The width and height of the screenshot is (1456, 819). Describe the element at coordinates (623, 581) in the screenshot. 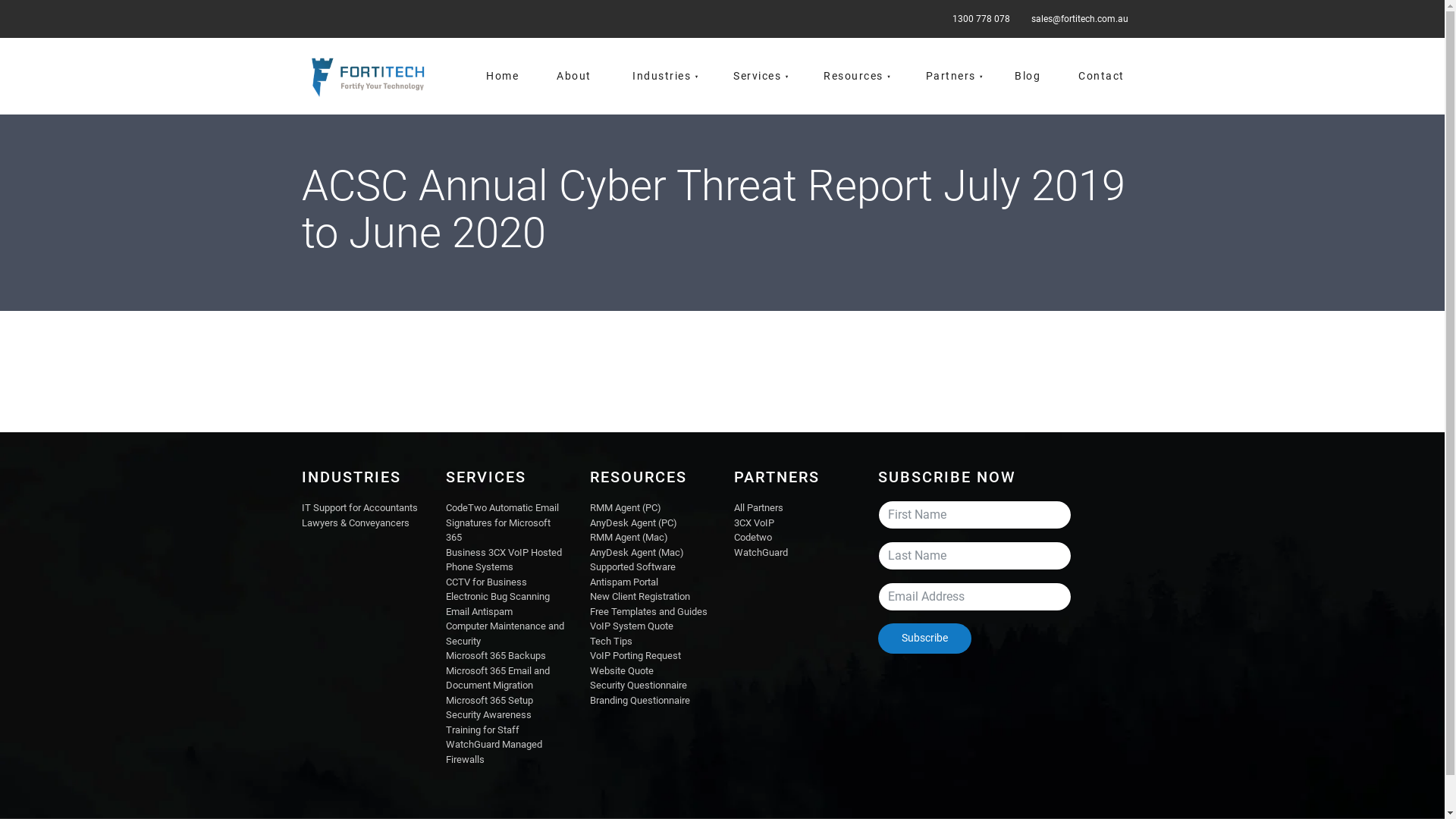

I see `'Antispam Portal'` at that location.